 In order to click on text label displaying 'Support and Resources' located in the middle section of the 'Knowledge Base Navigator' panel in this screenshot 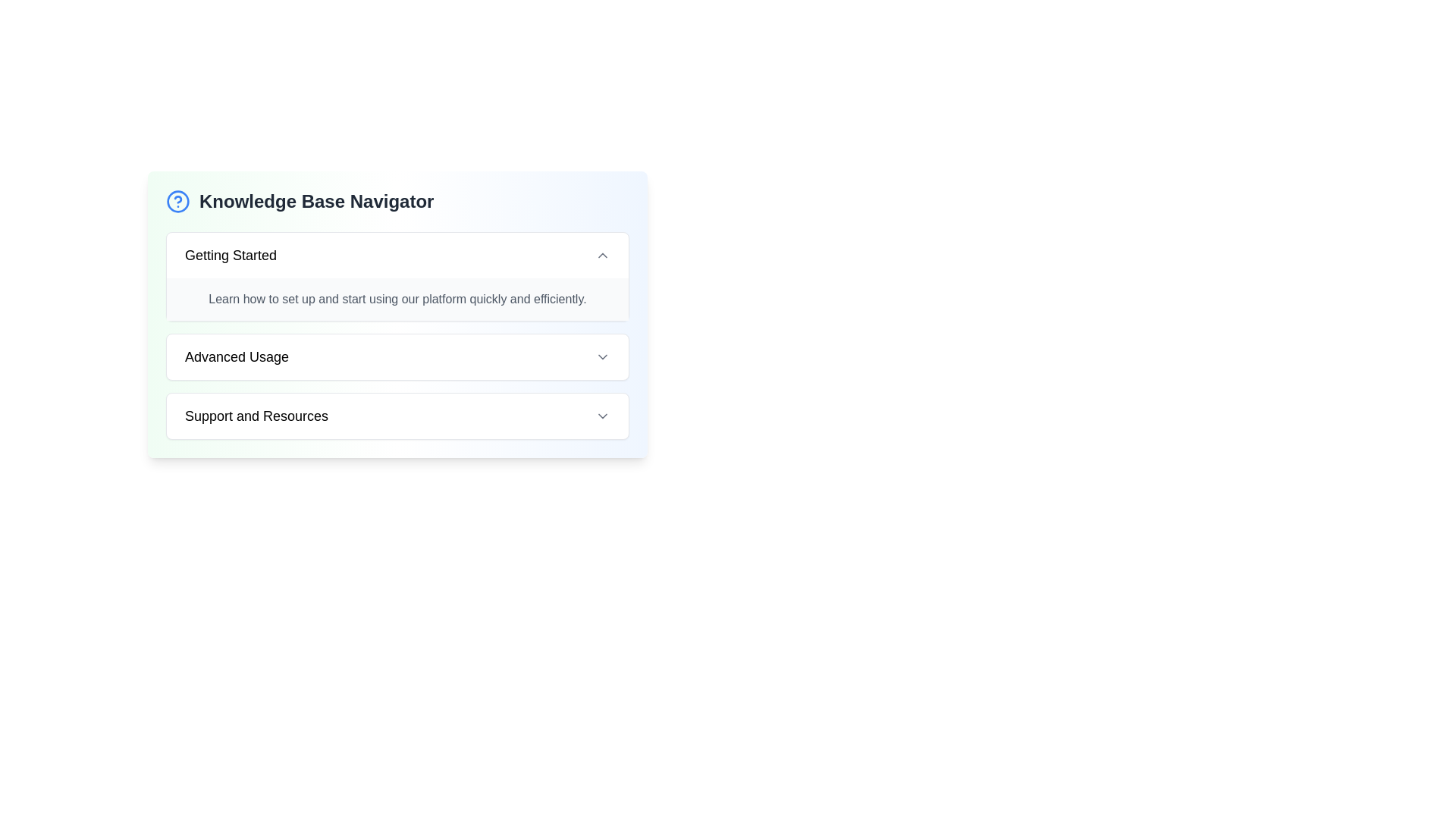, I will do `click(256, 416)`.